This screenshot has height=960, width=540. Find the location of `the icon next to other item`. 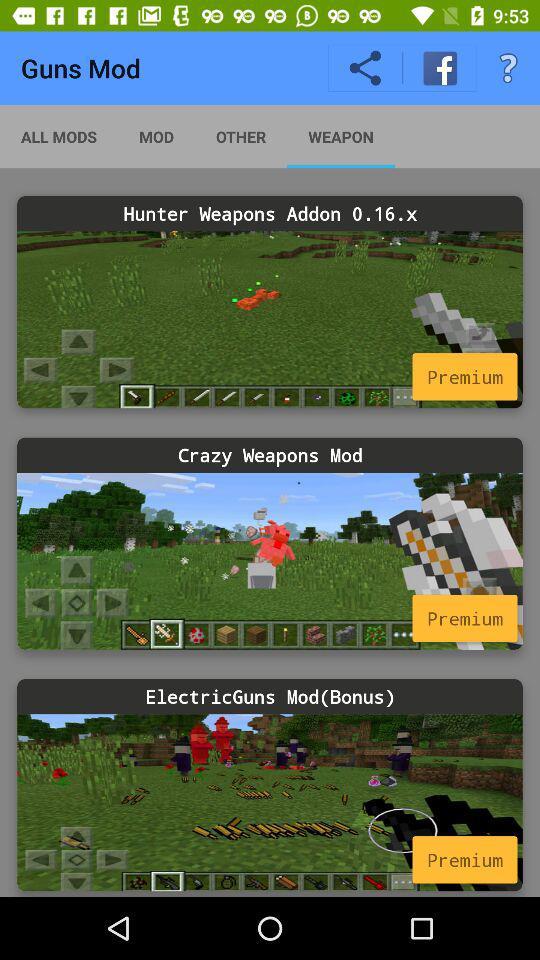

the icon next to other item is located at coordinates (340, 135).